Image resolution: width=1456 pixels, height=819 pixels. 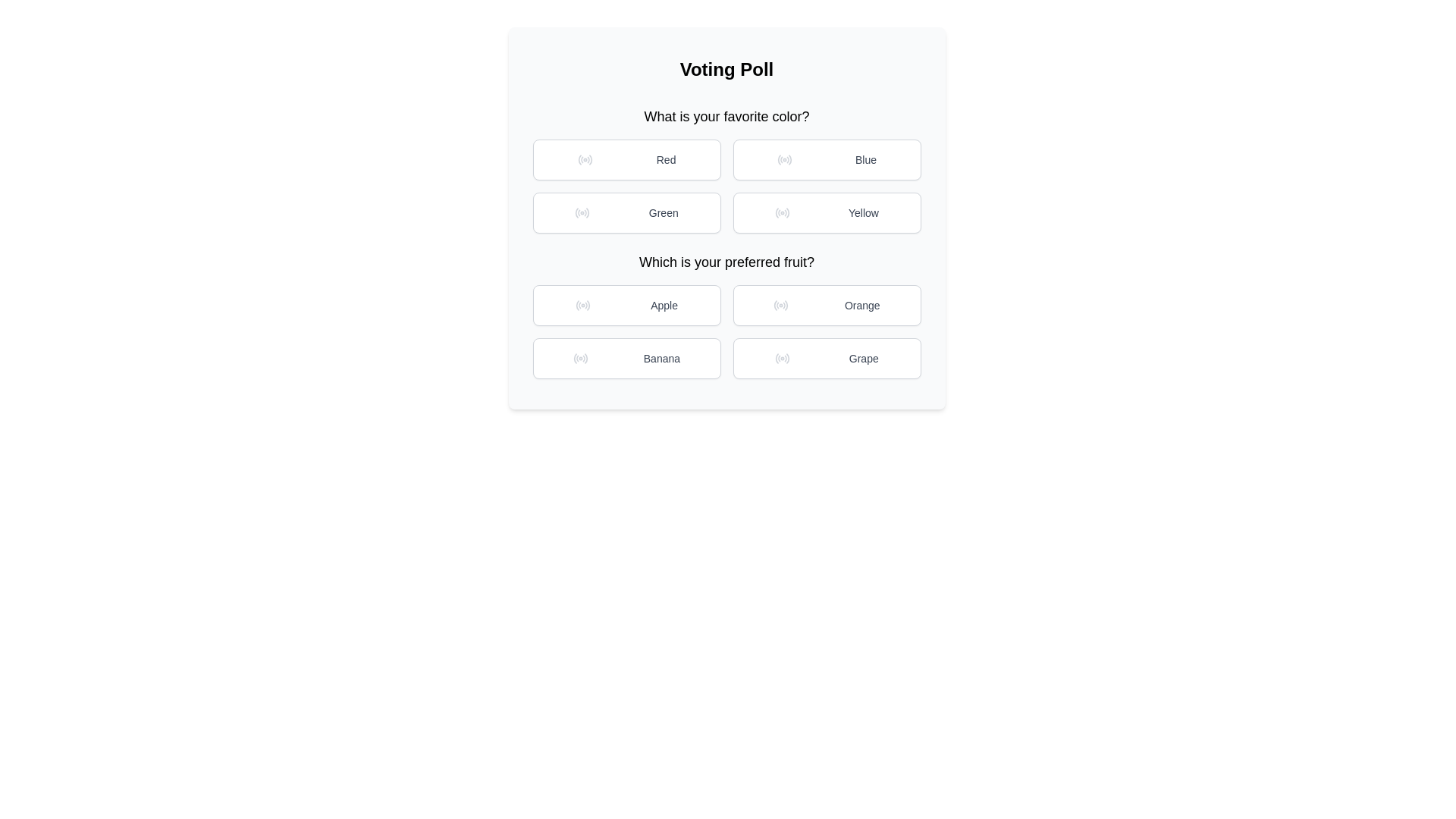 I want to click on items around the Interactive selection group within the 'Voting Poll', so click(x=726, y=242).